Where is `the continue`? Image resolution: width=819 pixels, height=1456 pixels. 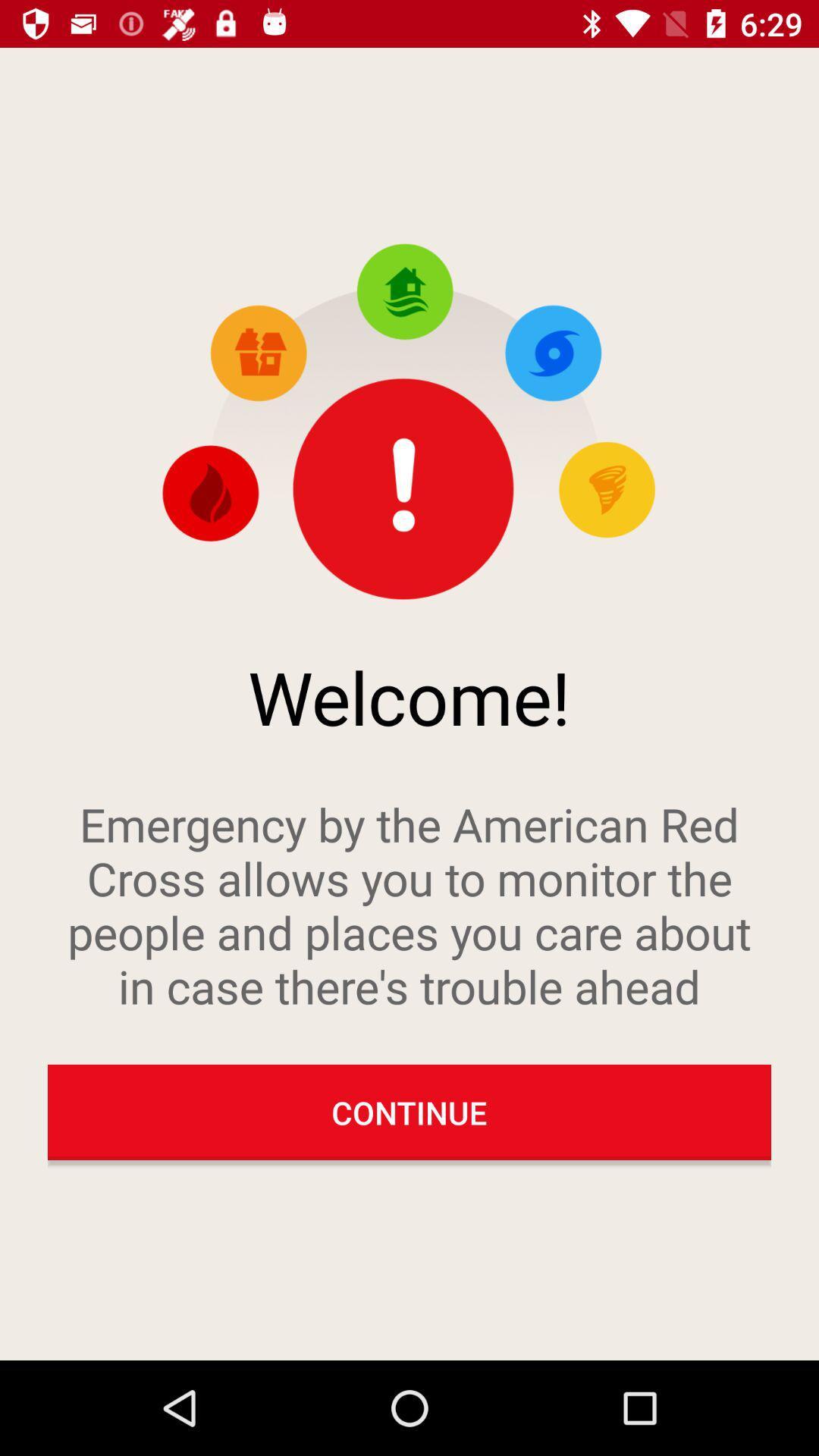
the continue is located at coordinates (409, 1112).